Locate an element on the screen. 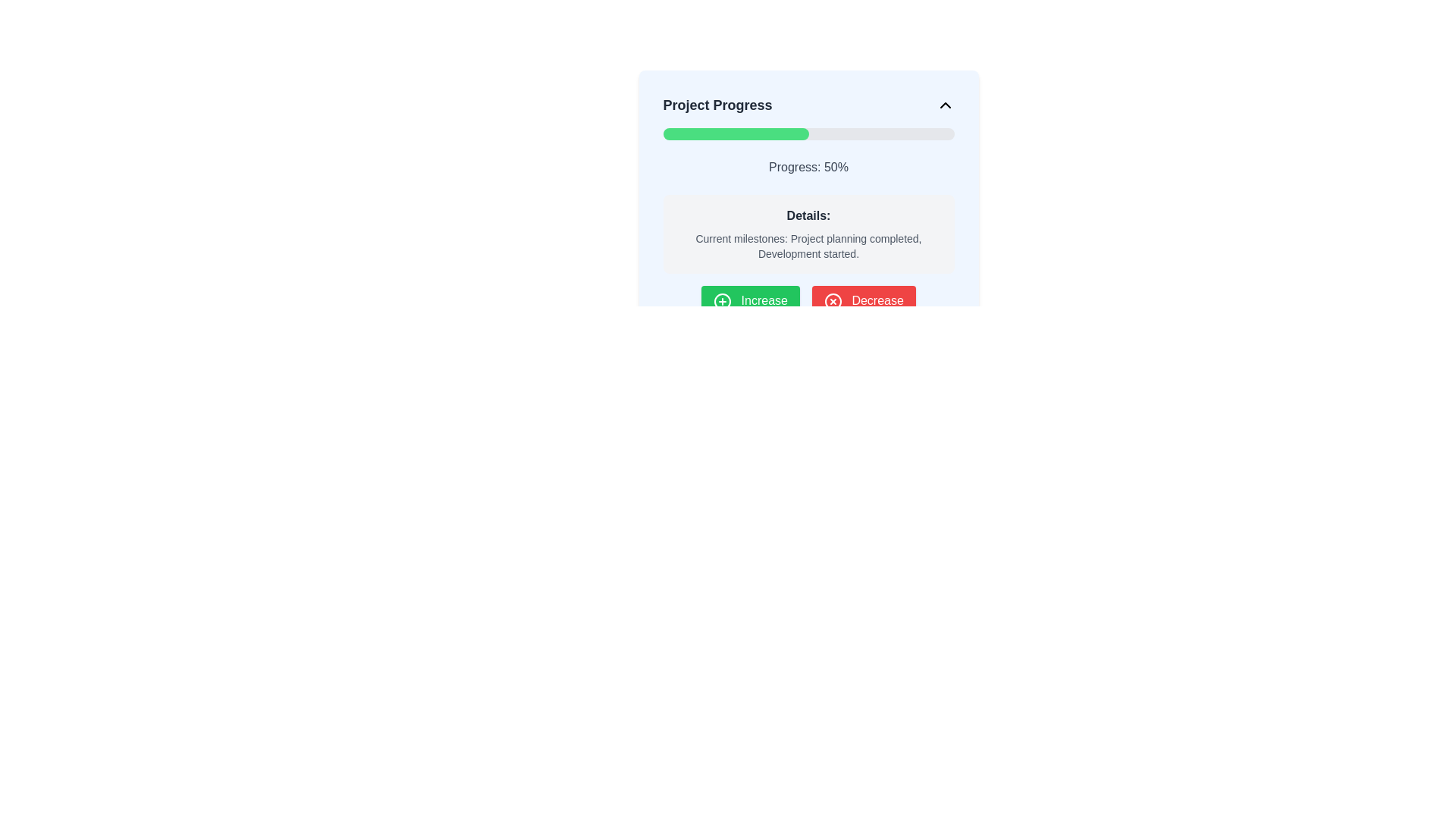 Image resolution: width=1456 pixels, height=819 pixels. the chevron icon located at the top-right corner of the 'Project Progress' section is located at coordinates (944, 104).